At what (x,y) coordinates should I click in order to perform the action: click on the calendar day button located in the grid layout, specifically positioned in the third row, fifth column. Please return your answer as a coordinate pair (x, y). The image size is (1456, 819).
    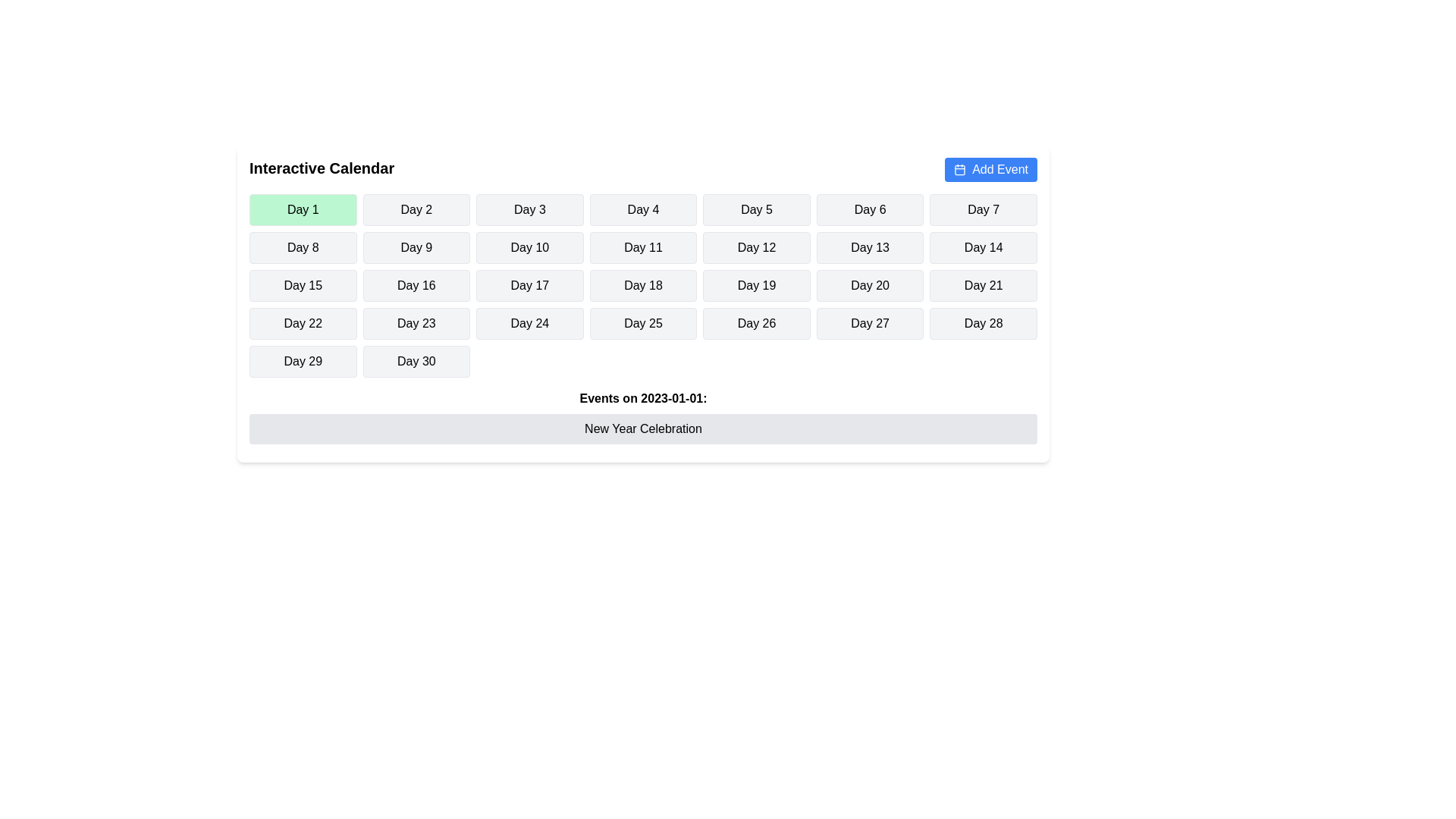
    Looking at the image, I should click on (757, 286).